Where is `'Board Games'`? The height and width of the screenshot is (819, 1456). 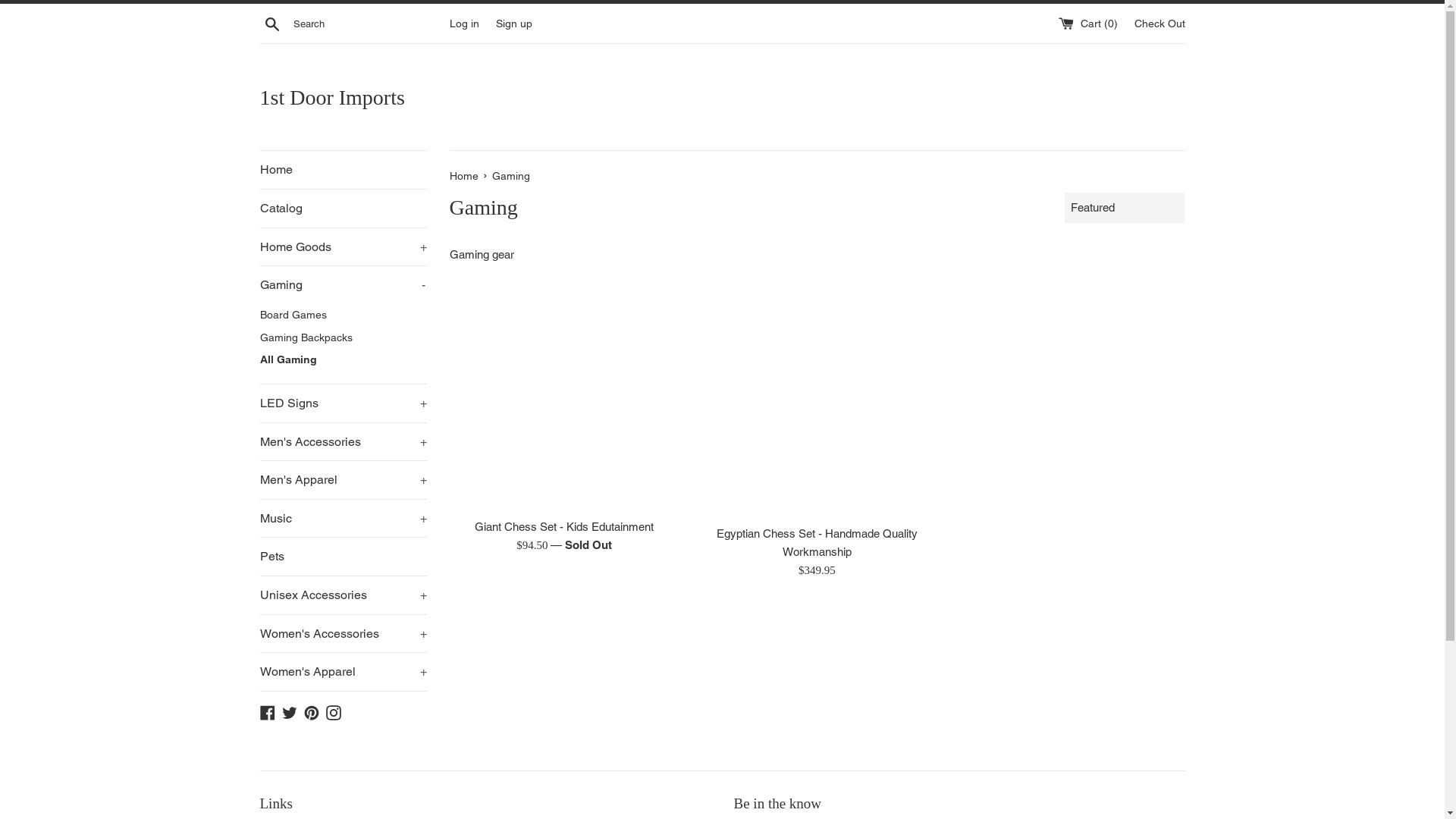
'Board Games' is located at coordinates (341, 315).